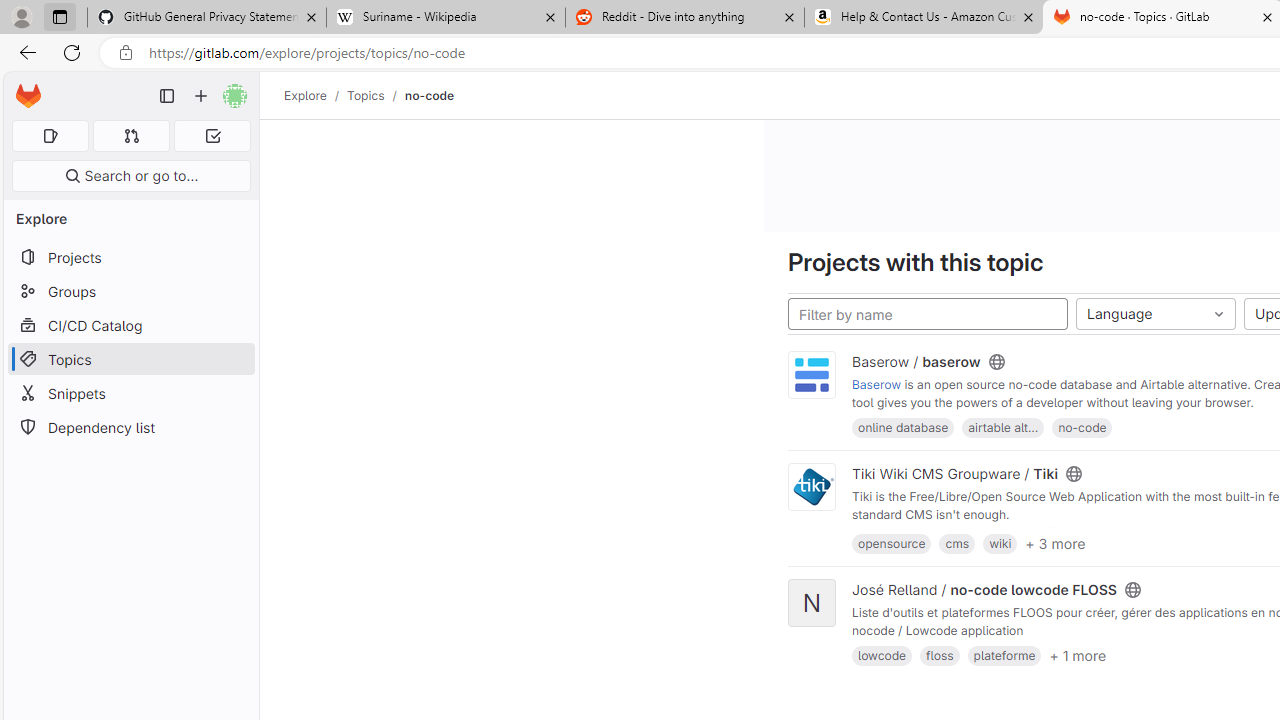 This screenshot has width=1280, height=720. Describe the element at coordinates (207, 17) in the screenshot. I see `'GitHub General Privacy Statement - GitHub Docs'` at that location.